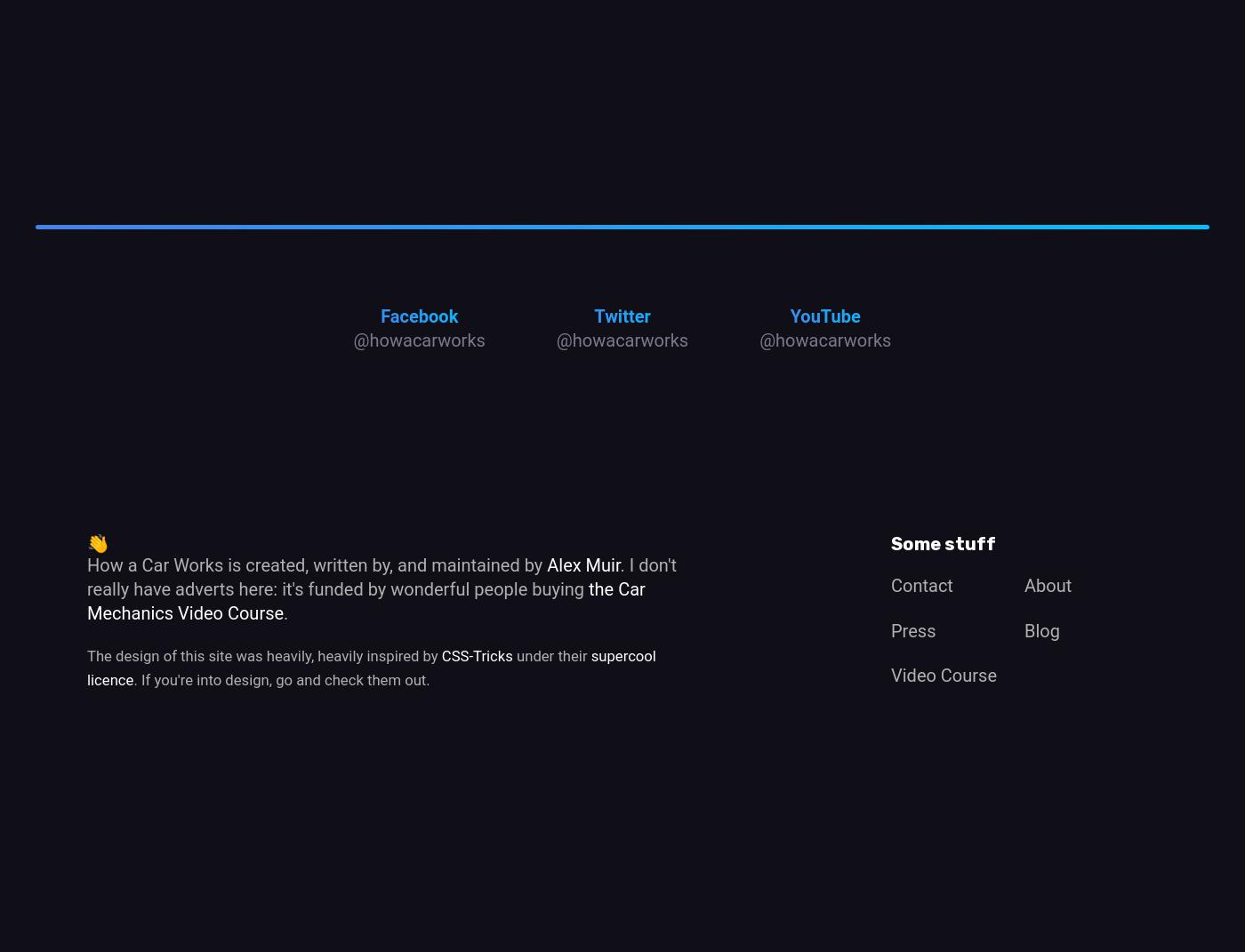 This screenshot has height=952, width=1245. I want to click on 'Alex Muir', so click(547, 563).